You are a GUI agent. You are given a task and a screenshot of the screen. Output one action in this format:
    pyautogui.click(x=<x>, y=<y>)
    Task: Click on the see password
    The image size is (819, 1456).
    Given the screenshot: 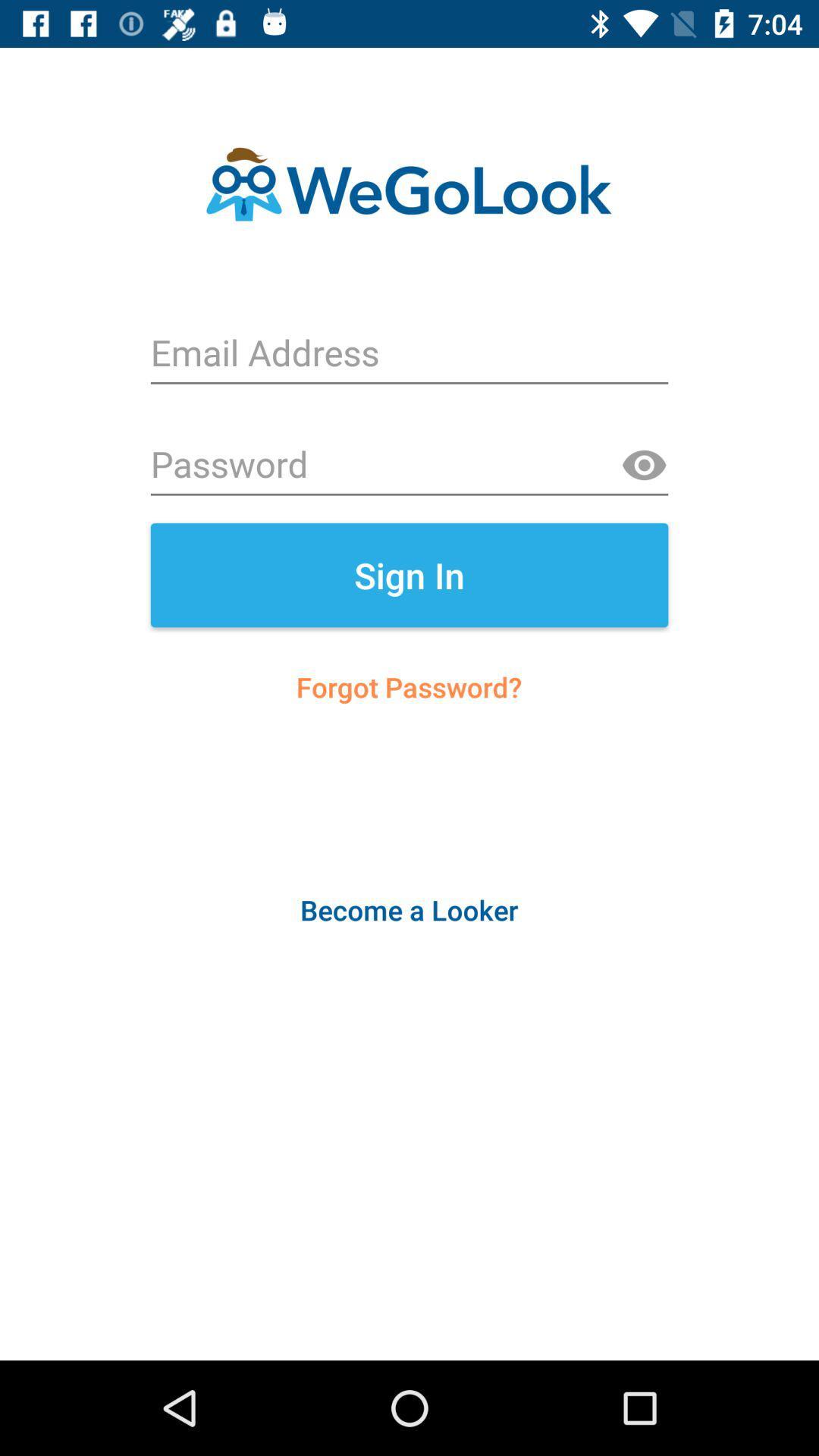 What is the action you would take?
    pyautogui.click(x=644, y=465)
    